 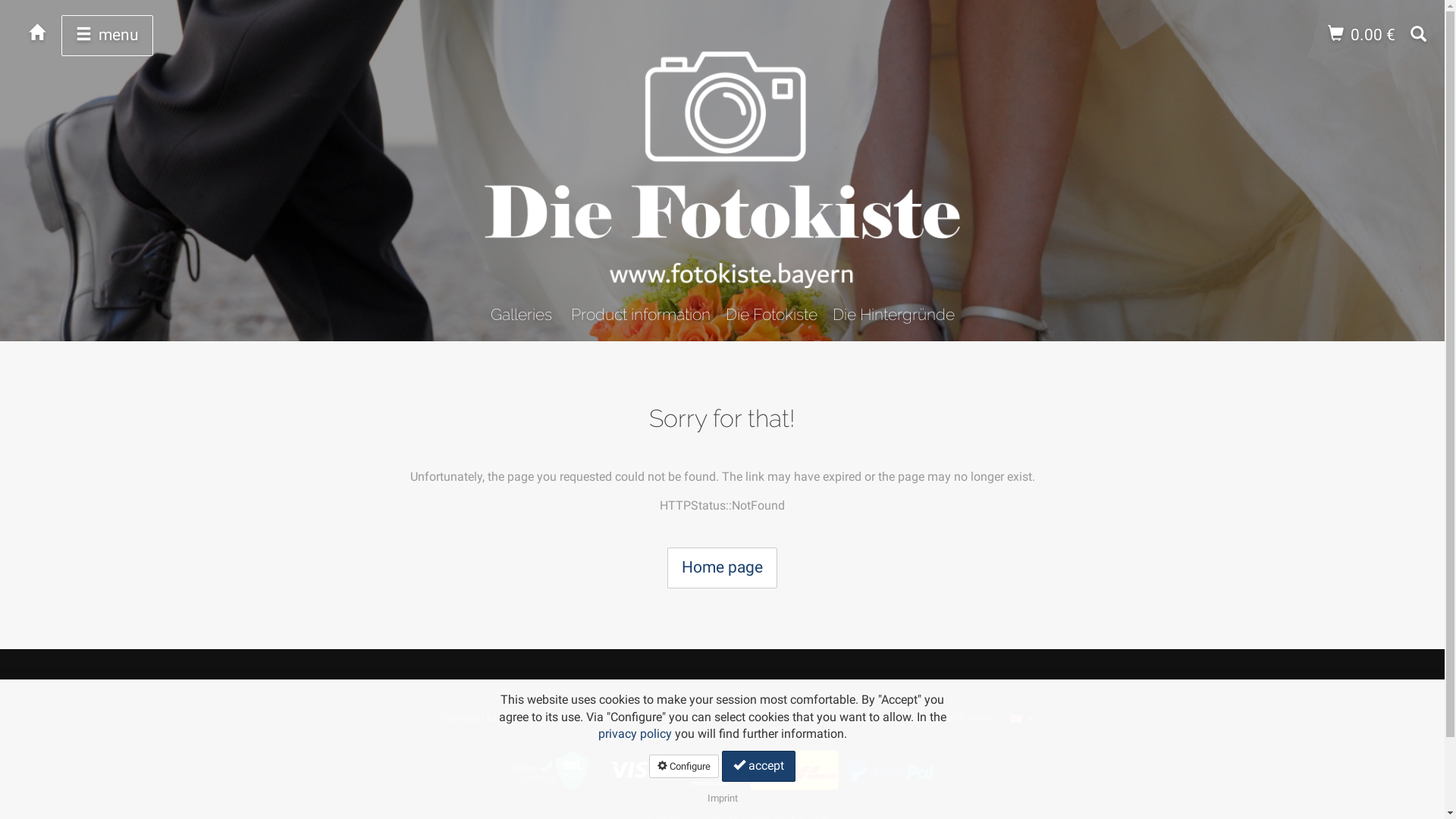 I want to click on 'Configure', so click(x=683, y=766).